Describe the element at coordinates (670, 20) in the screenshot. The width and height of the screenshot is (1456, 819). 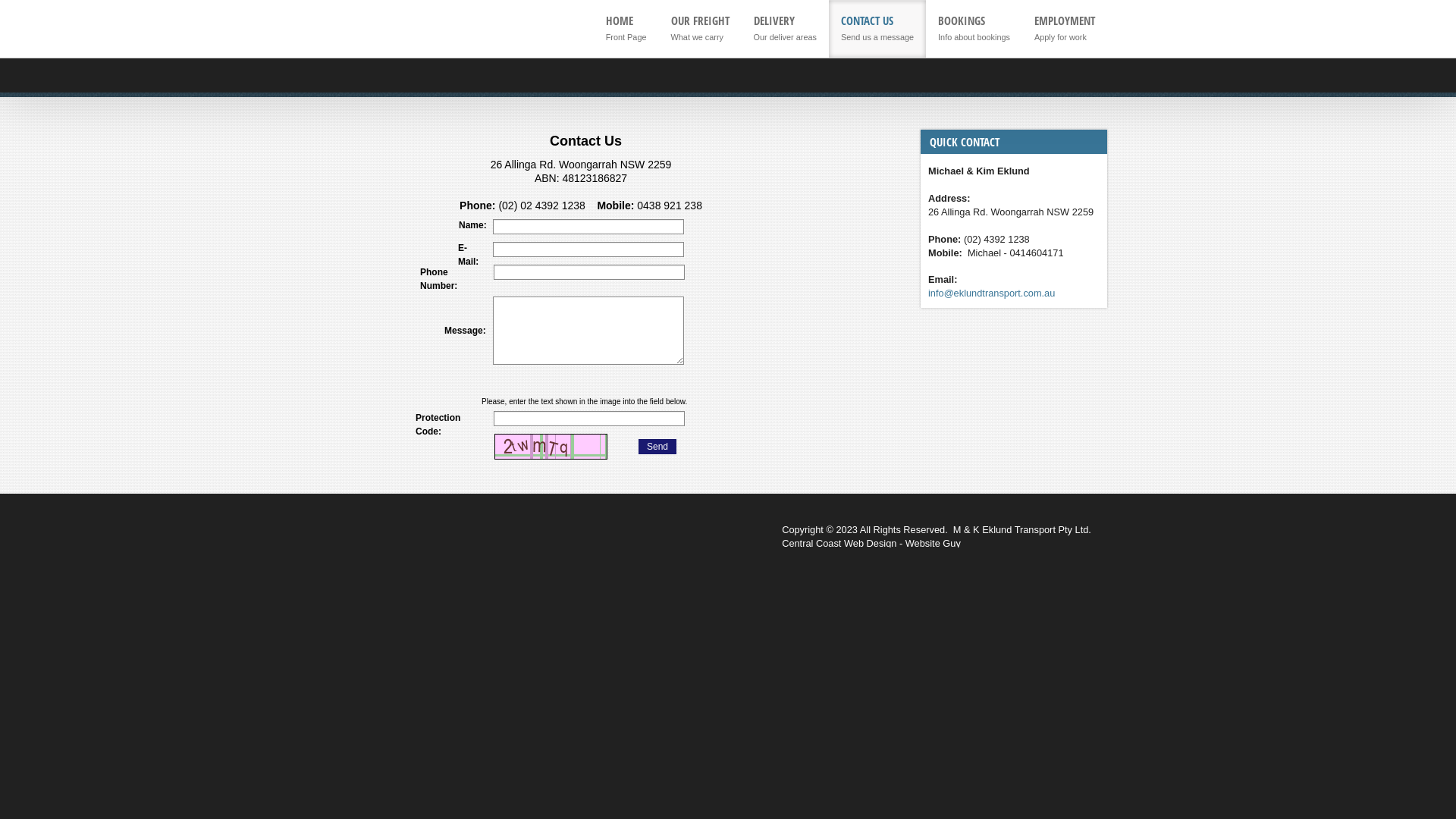
I see `'OUR FREIGHT'` at that location.